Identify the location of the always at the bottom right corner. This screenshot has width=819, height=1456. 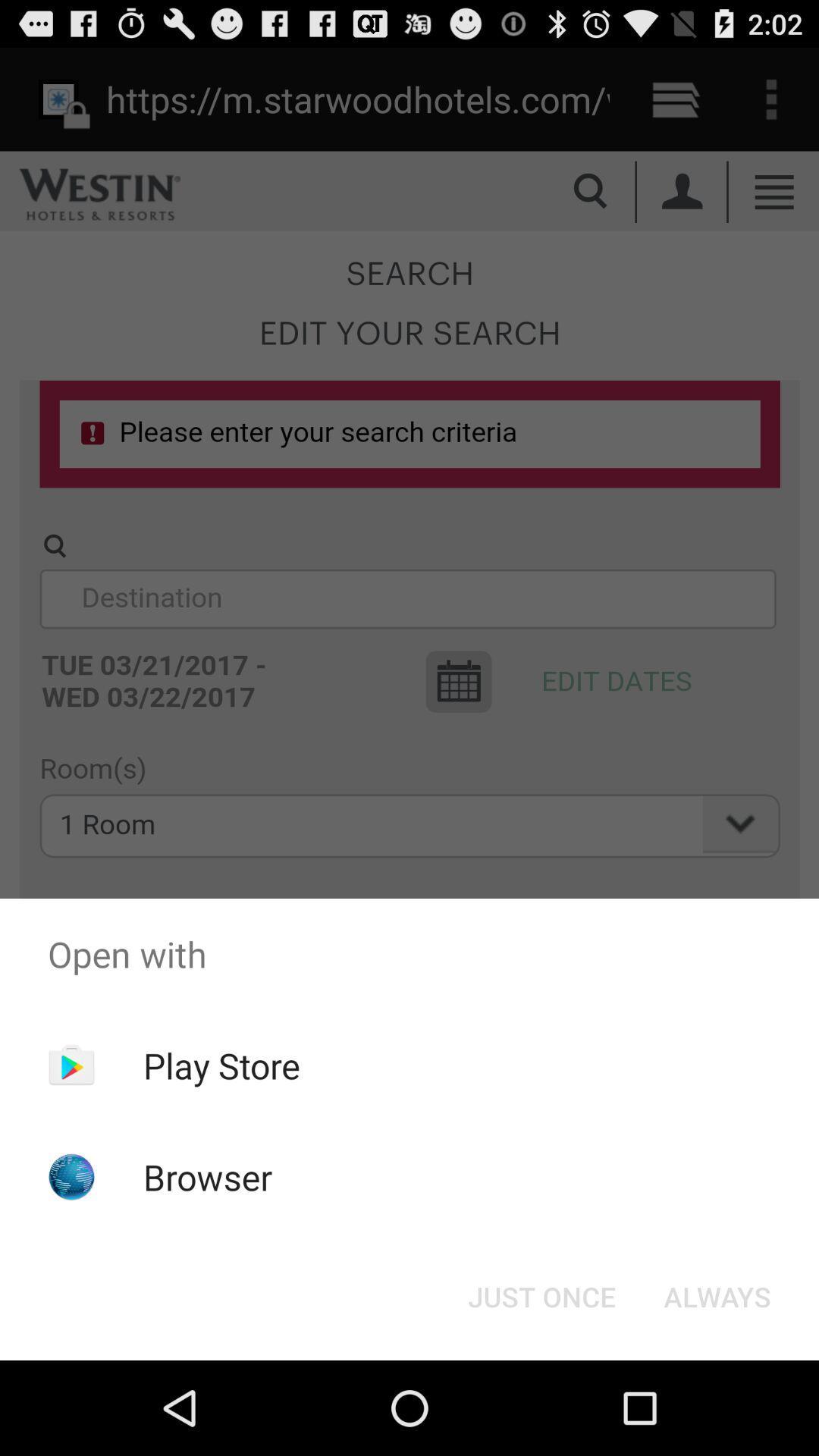
(717, 1295).